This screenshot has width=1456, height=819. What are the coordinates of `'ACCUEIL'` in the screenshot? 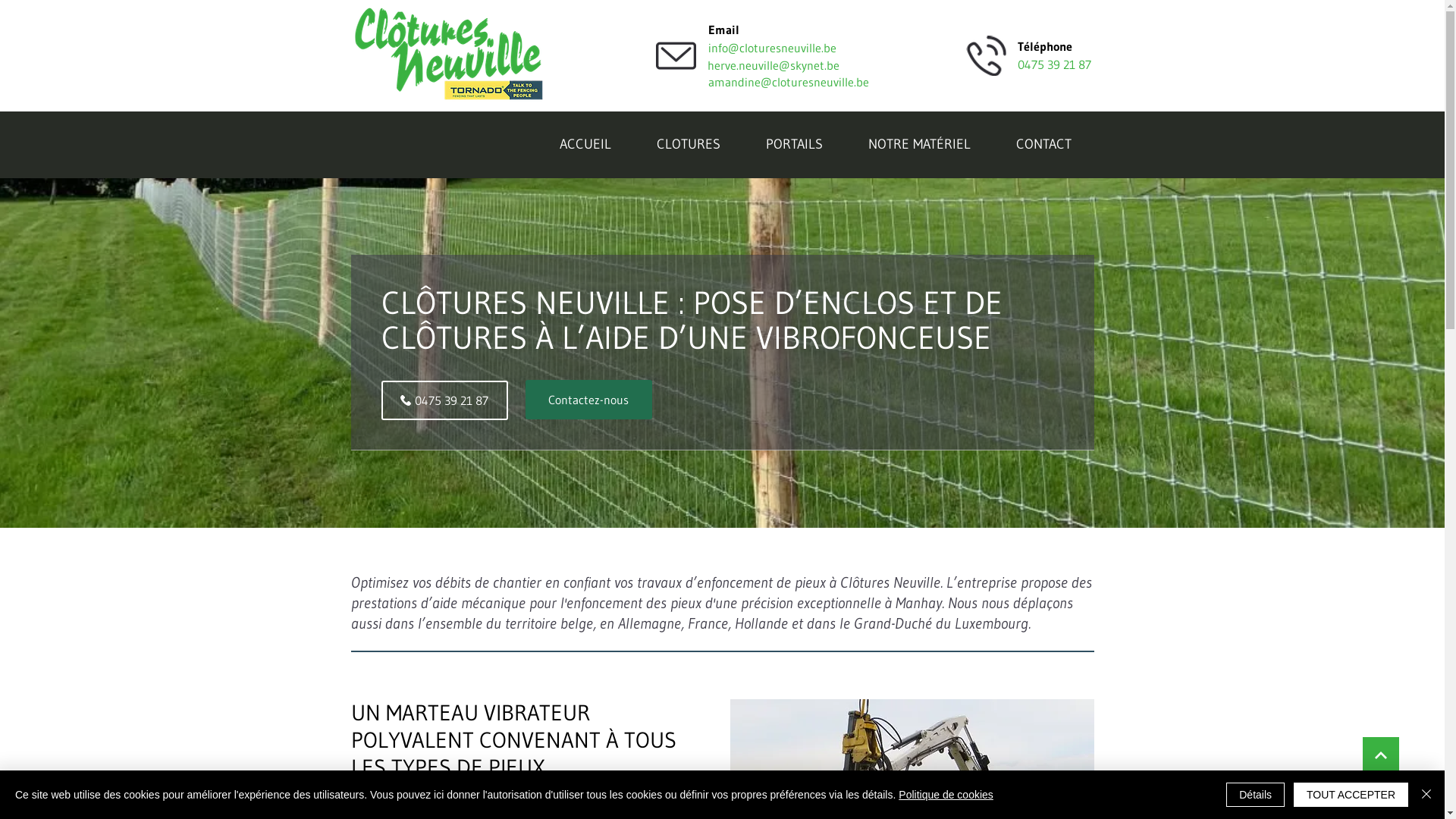 It's located at (585, 146).